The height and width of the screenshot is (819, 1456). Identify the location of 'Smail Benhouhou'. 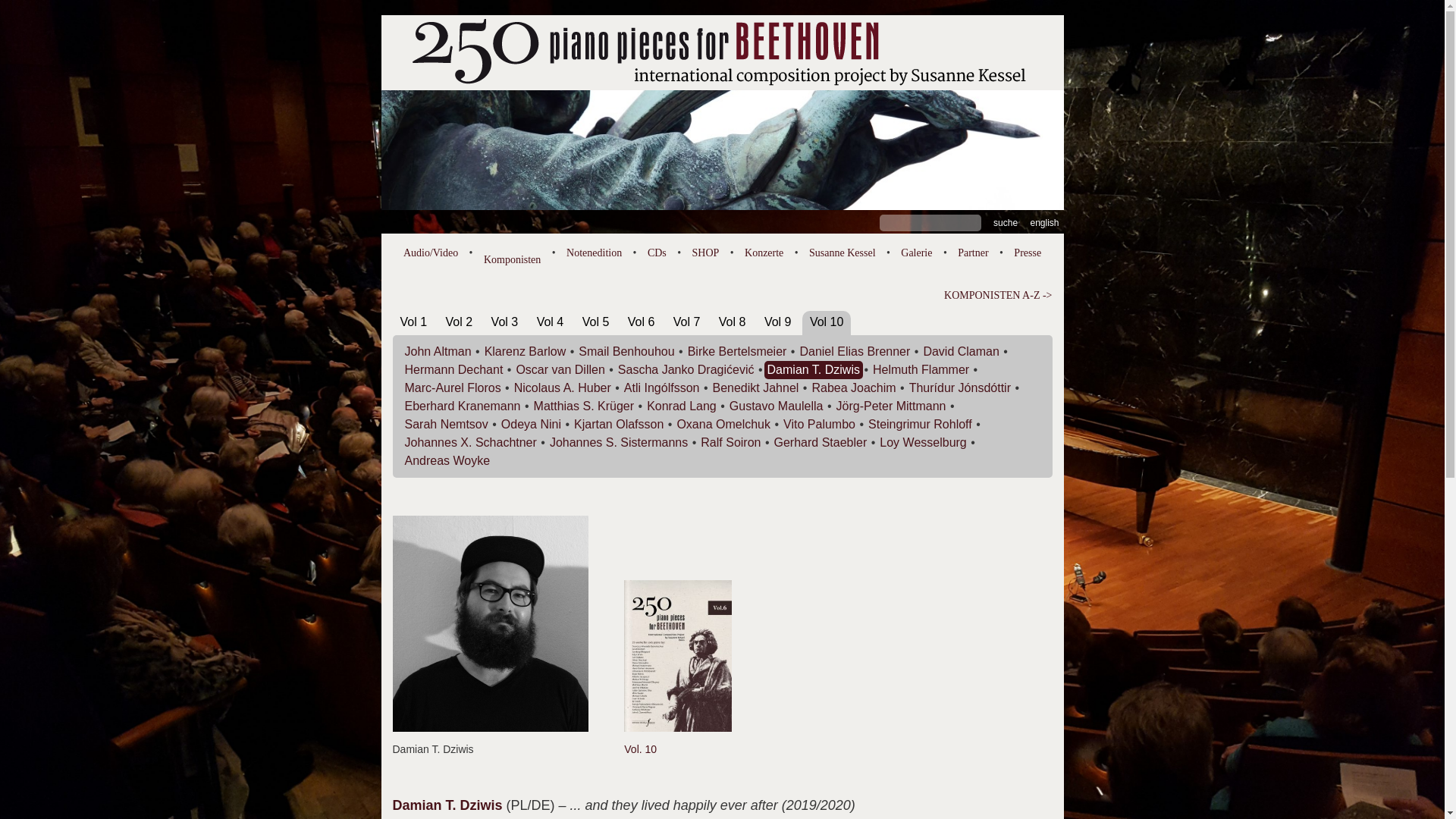
(578, 351).